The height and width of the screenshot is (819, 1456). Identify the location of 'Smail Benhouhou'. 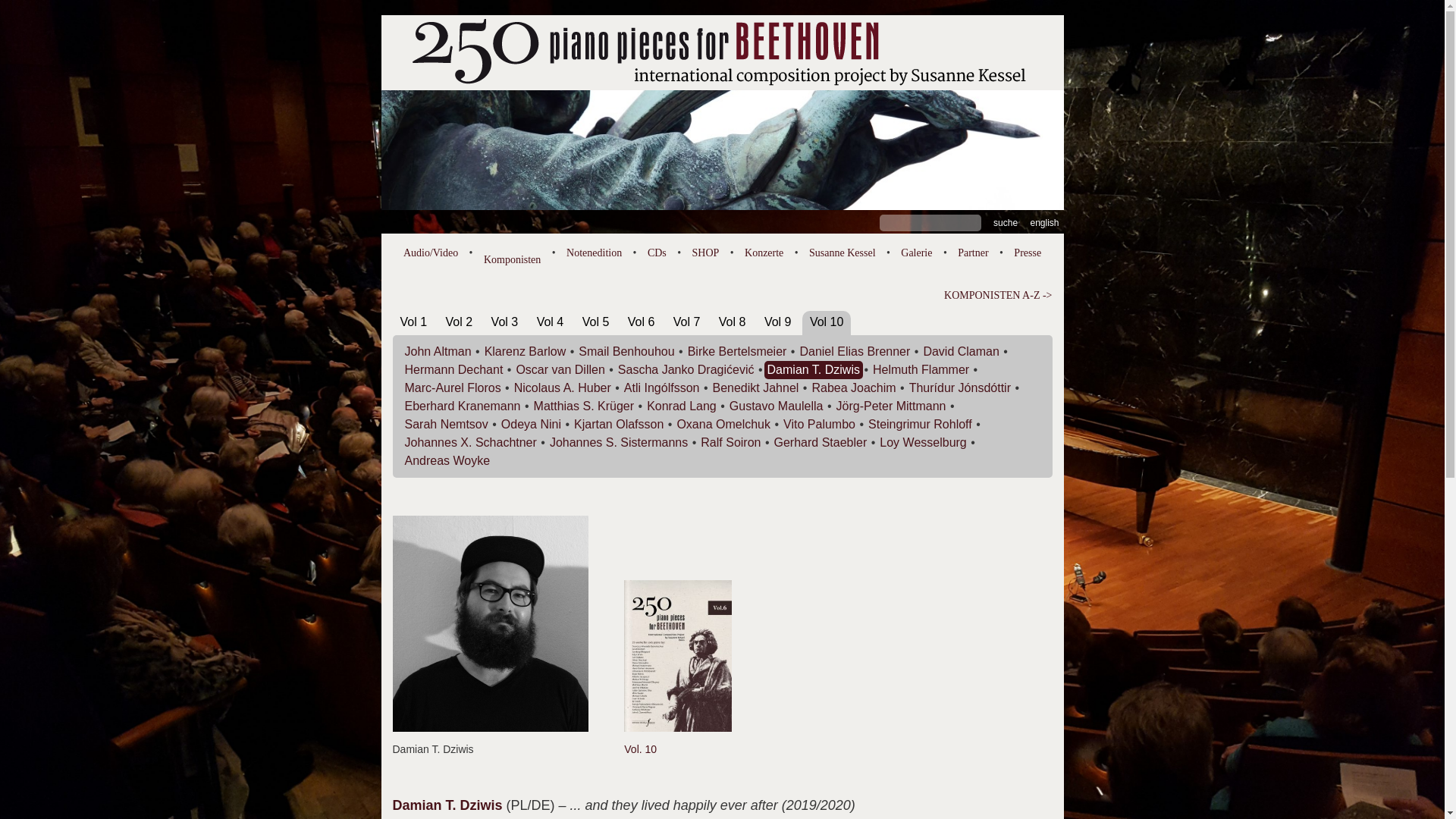
(578, 351).